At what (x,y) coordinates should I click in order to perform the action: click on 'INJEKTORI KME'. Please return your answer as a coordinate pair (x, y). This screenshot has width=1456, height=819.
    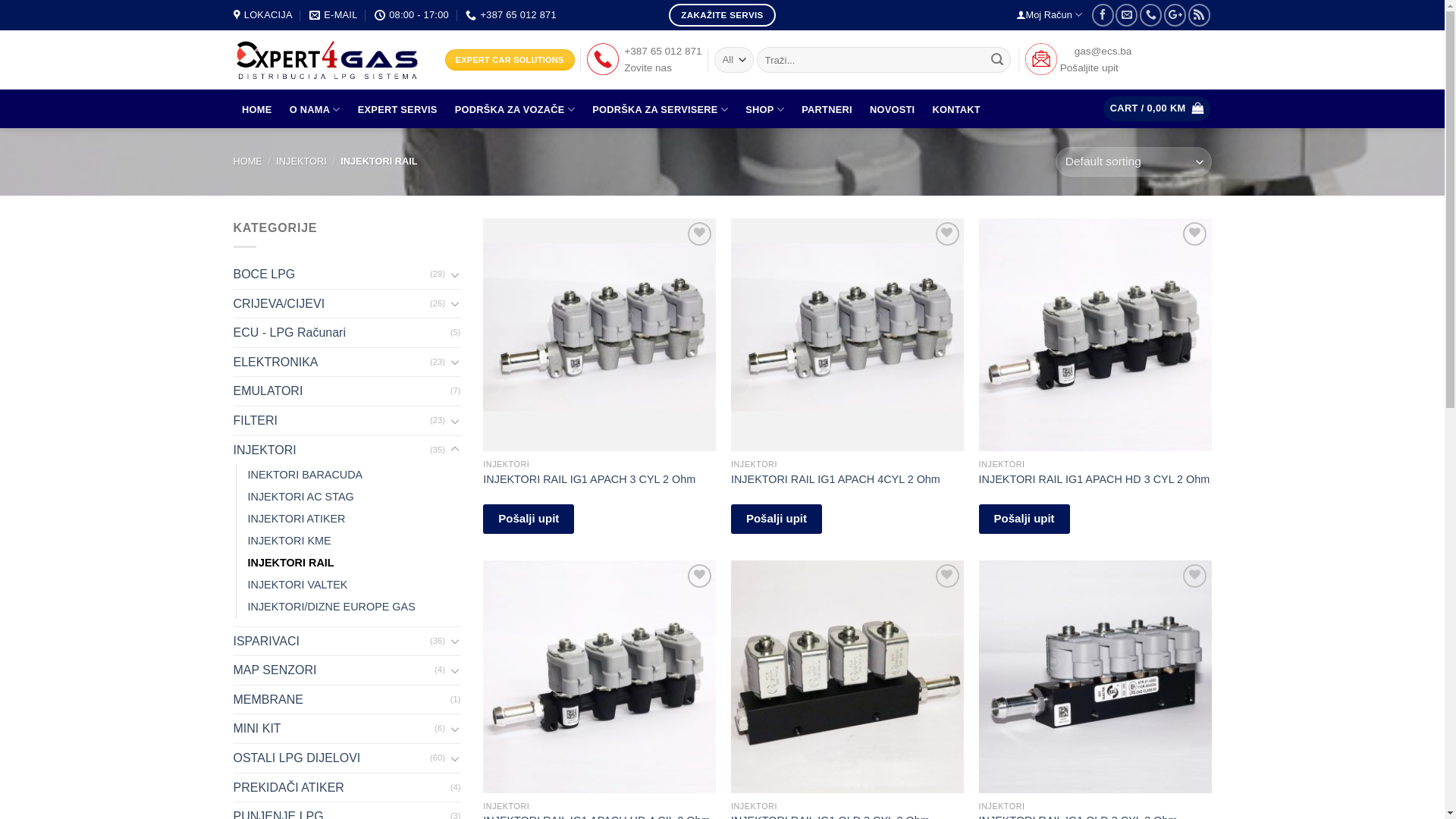
    Looking at the image, I should click on (288, 540).